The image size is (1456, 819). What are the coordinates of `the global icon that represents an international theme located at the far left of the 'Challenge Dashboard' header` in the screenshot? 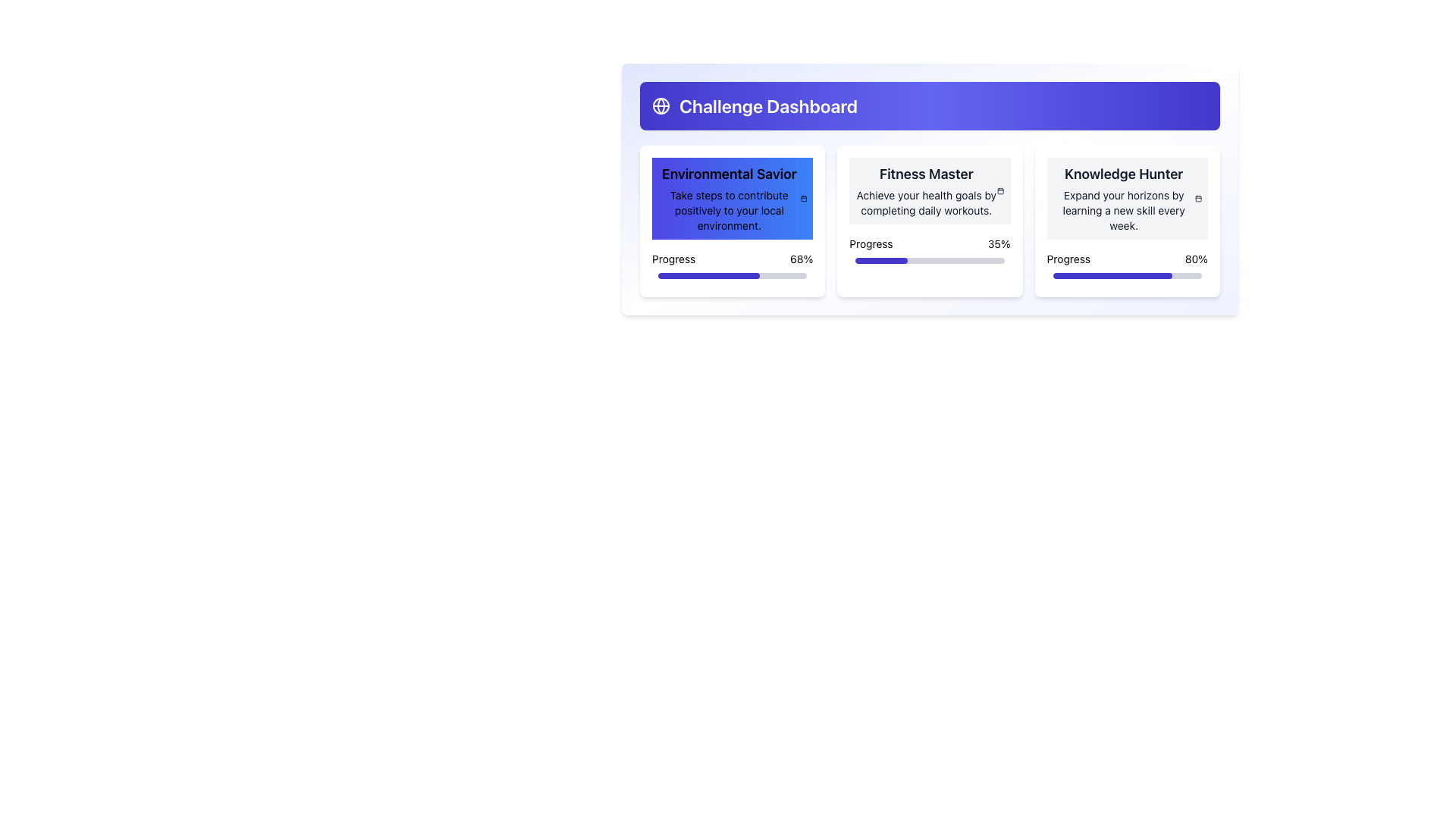 It's located at (661, 105).